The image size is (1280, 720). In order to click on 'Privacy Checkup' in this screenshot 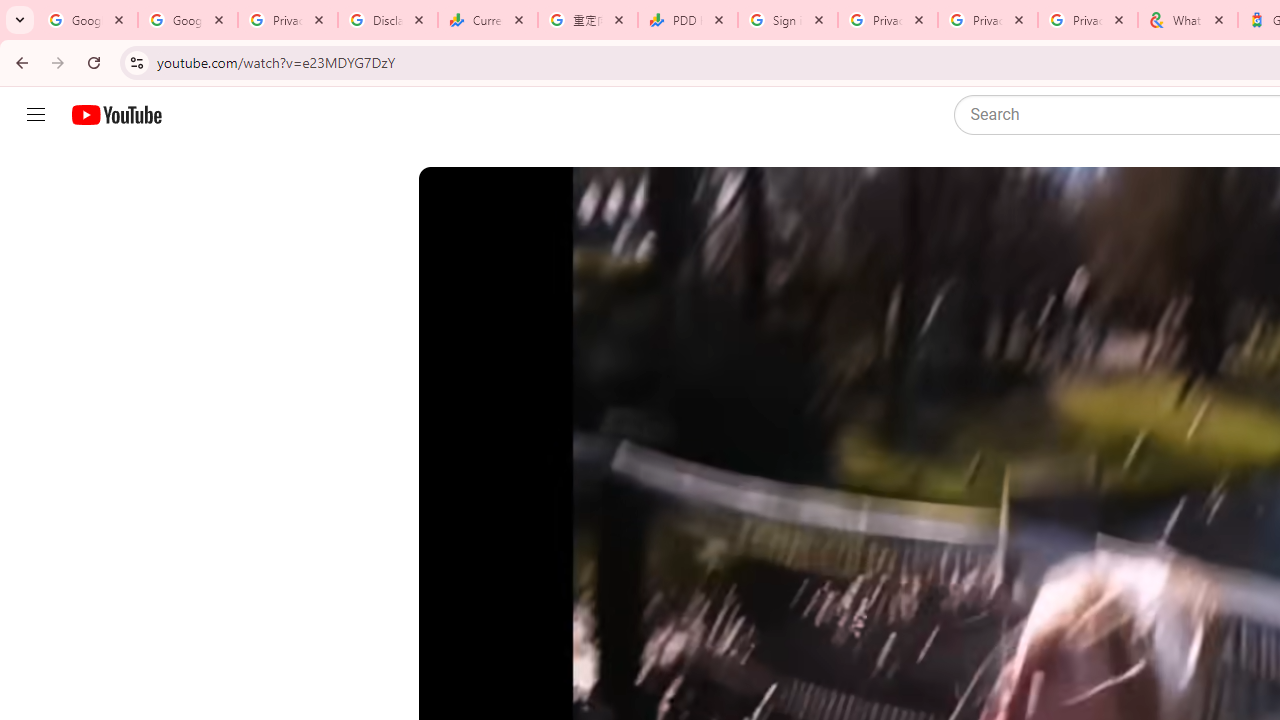, I will do `click(1087, 20)`.